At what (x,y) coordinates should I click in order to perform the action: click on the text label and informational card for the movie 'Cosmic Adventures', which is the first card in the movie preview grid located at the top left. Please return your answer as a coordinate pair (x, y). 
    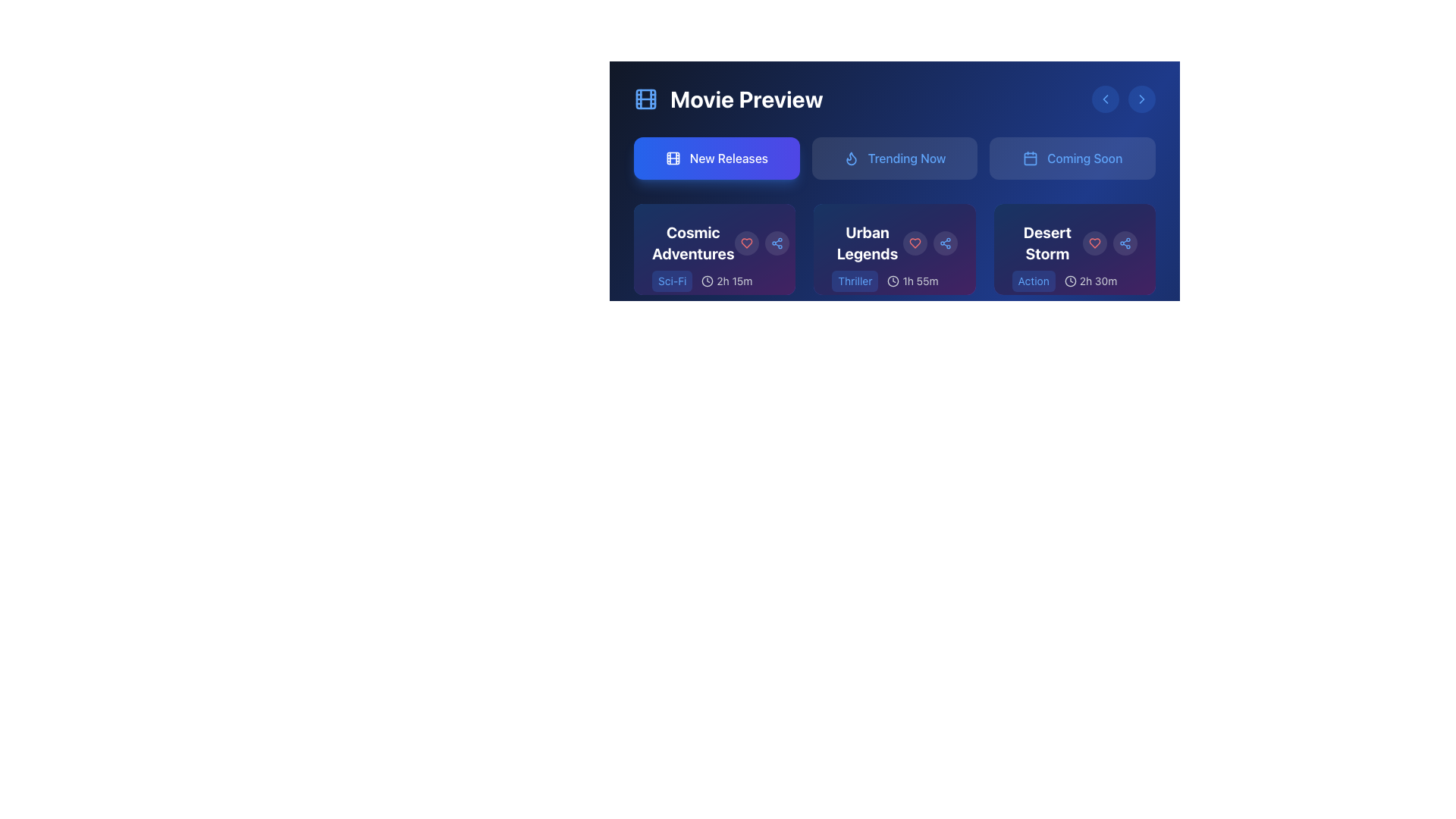
    Looking at the image, I should click on (714, 275).